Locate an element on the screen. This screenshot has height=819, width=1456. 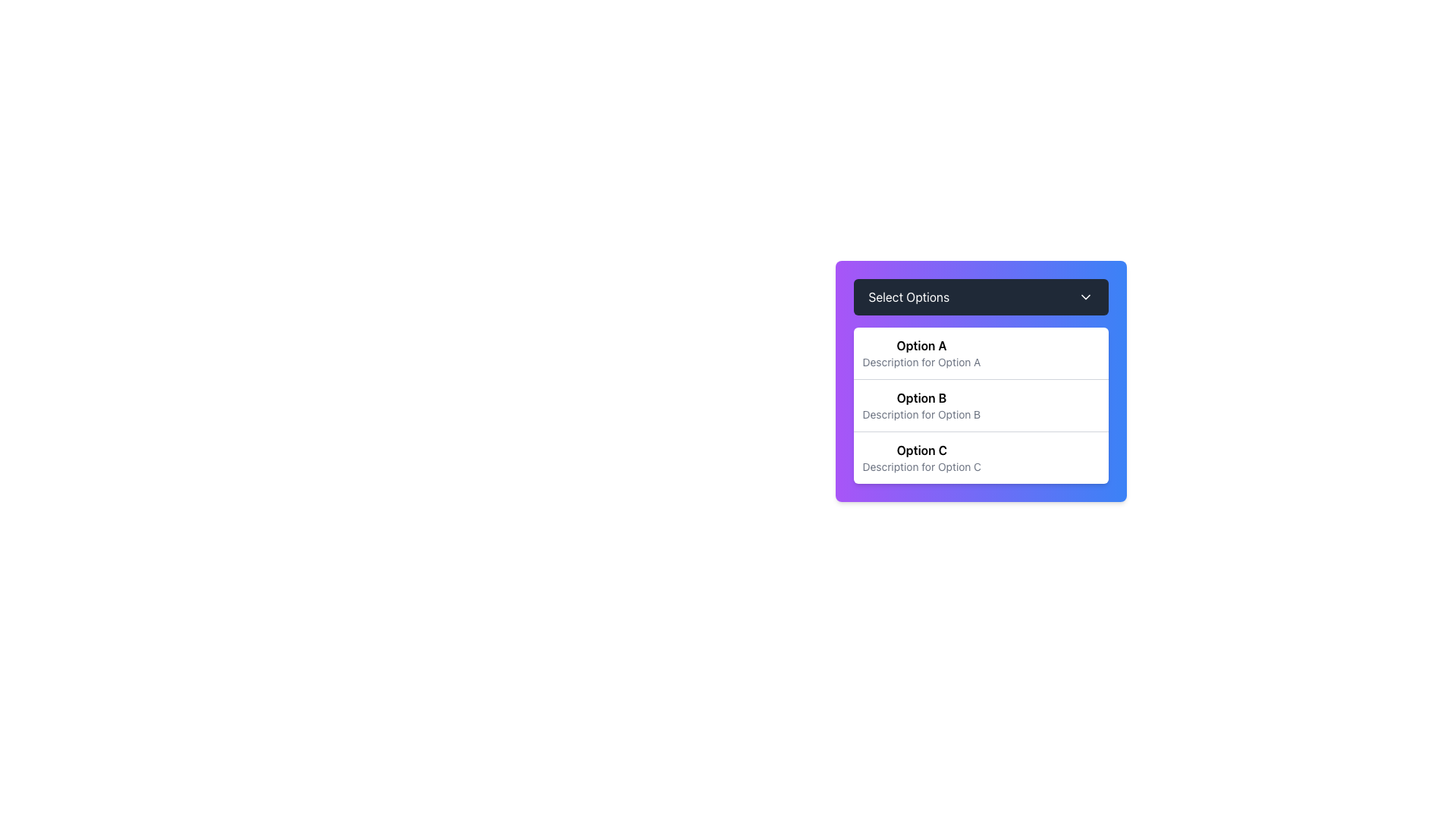
the selectable list item labeled 'Option B' is located at coordinates (981, 404).